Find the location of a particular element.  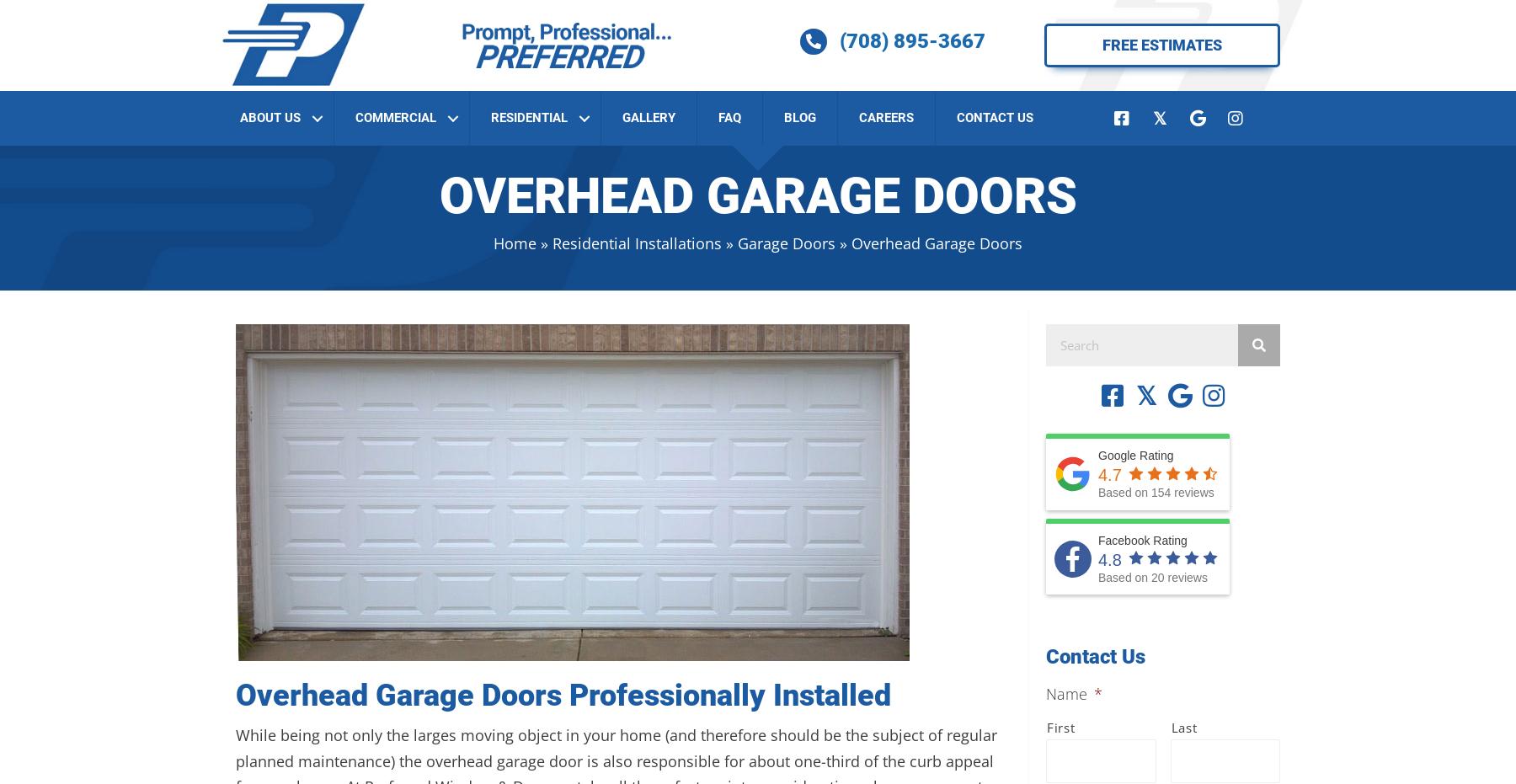

'First' is located at coordinates (1060, 726).